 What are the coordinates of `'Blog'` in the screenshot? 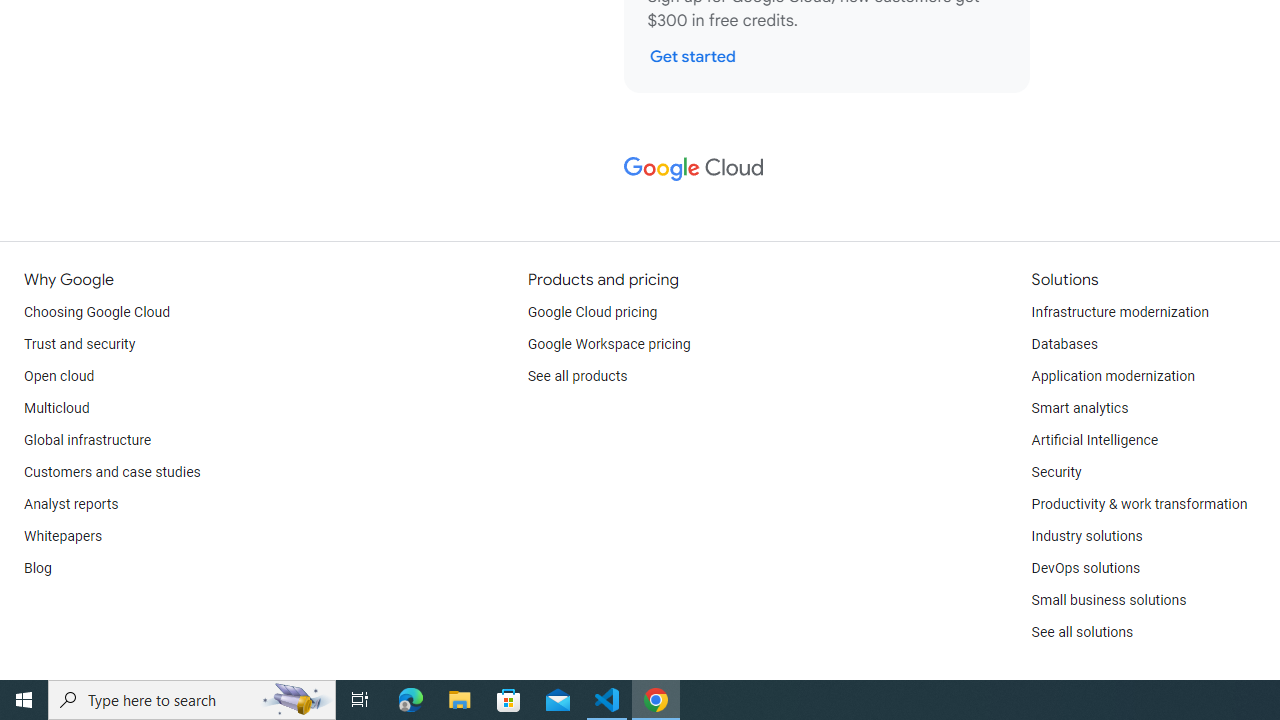 It's located at (38, 568).